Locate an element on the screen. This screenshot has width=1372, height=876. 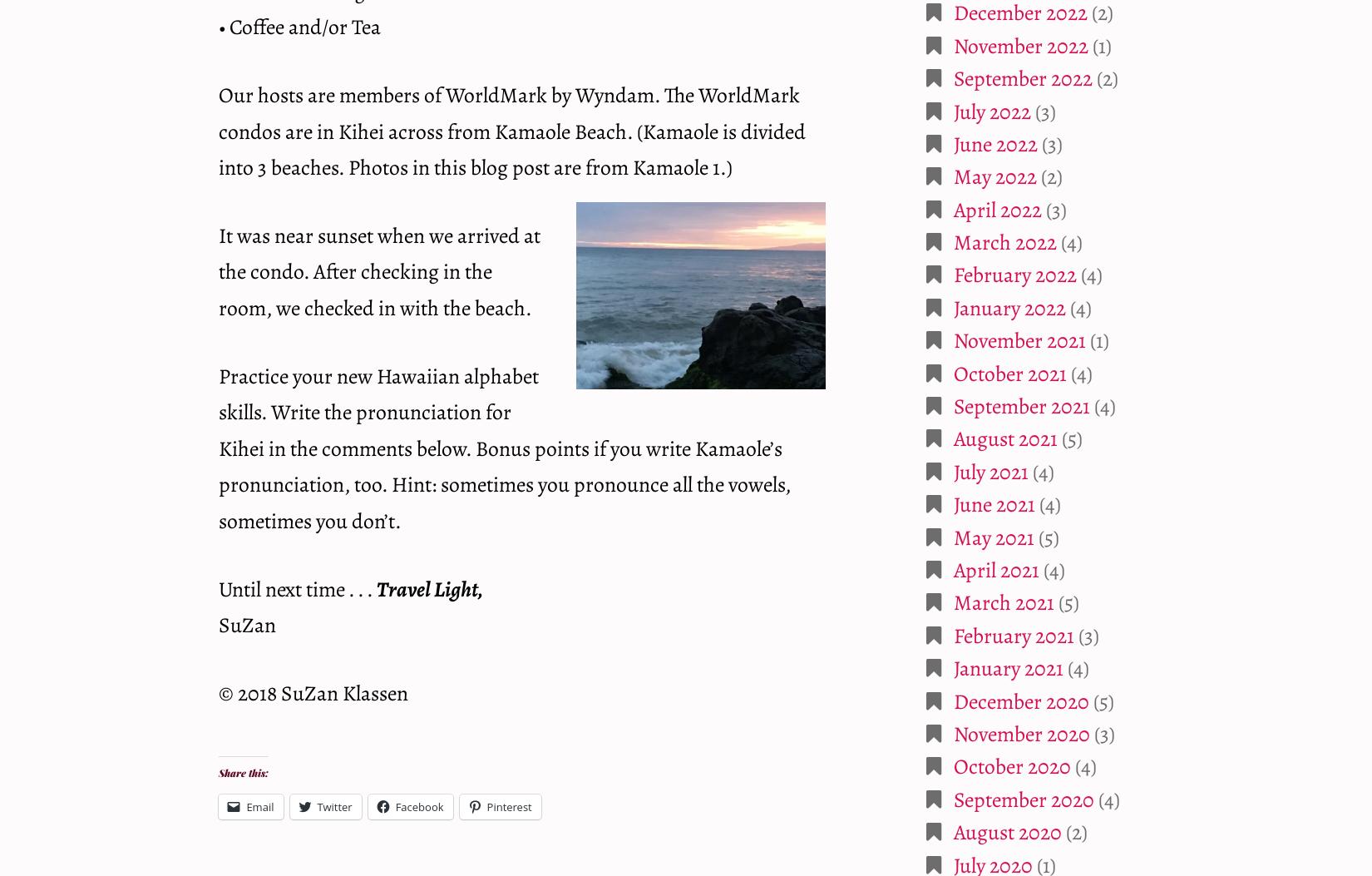
'August 2020' is located at coordinates (954, 832).